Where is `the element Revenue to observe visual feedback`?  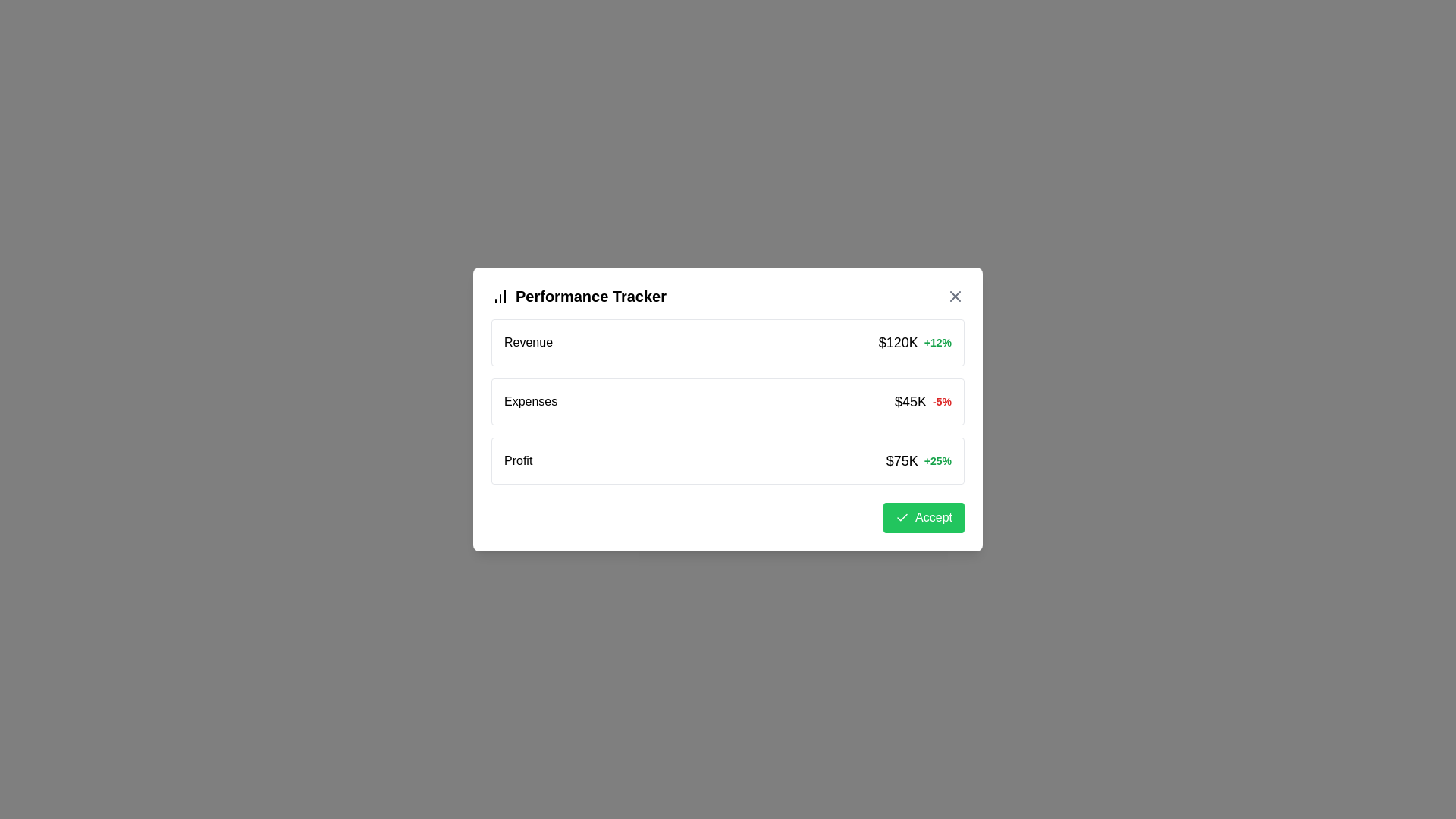 the element Revenue to observe visual feedback is located at coordinates (728, 342).